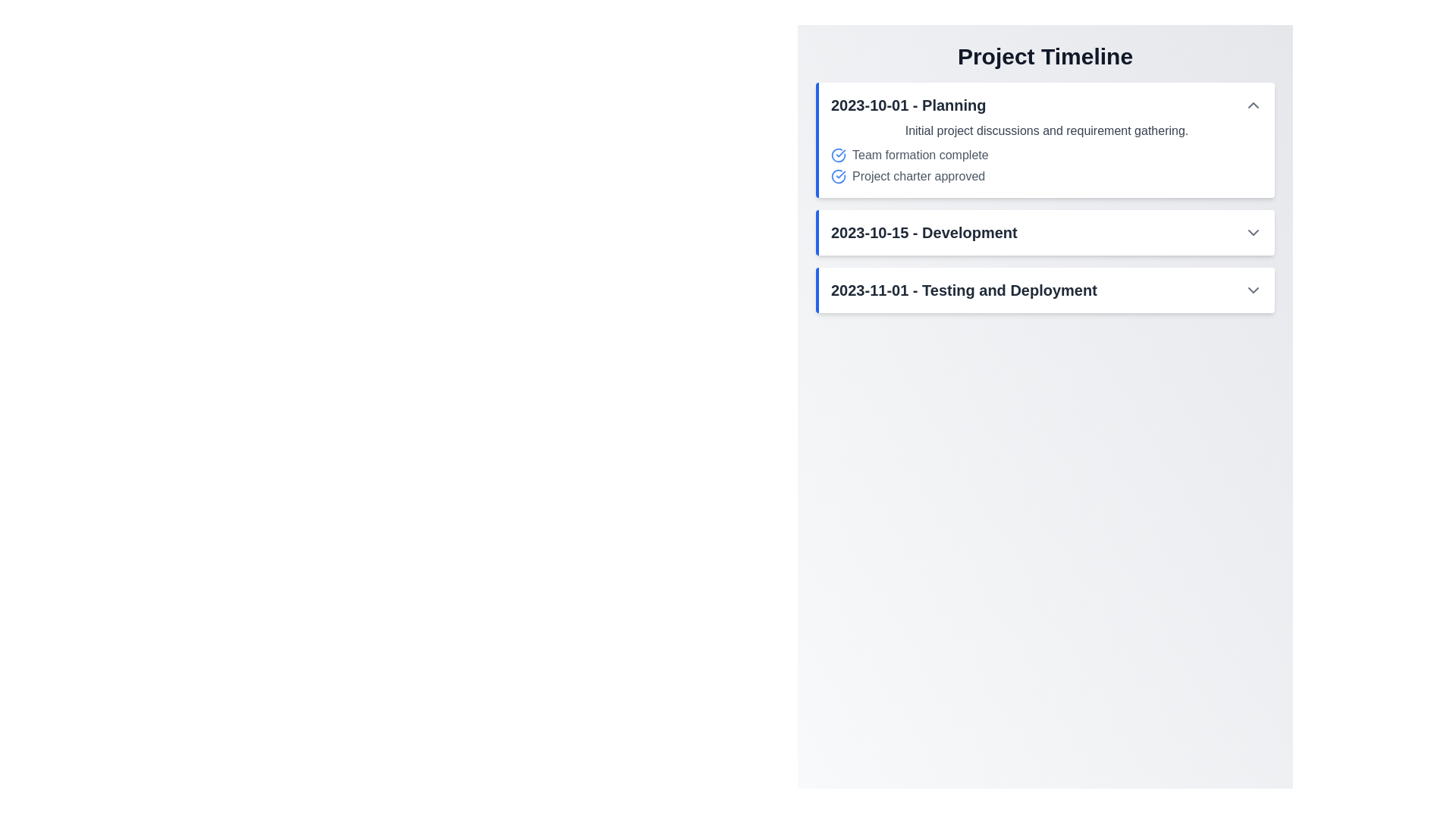 The height and width of the screenshot is (819, 1456). Describe the element at coordinates (919, 155) in the screenshot. I see `text label displaying 'Team formation complete' under the '2023-10-01 - Planning' section in the 'Project Timeline'` at that location.